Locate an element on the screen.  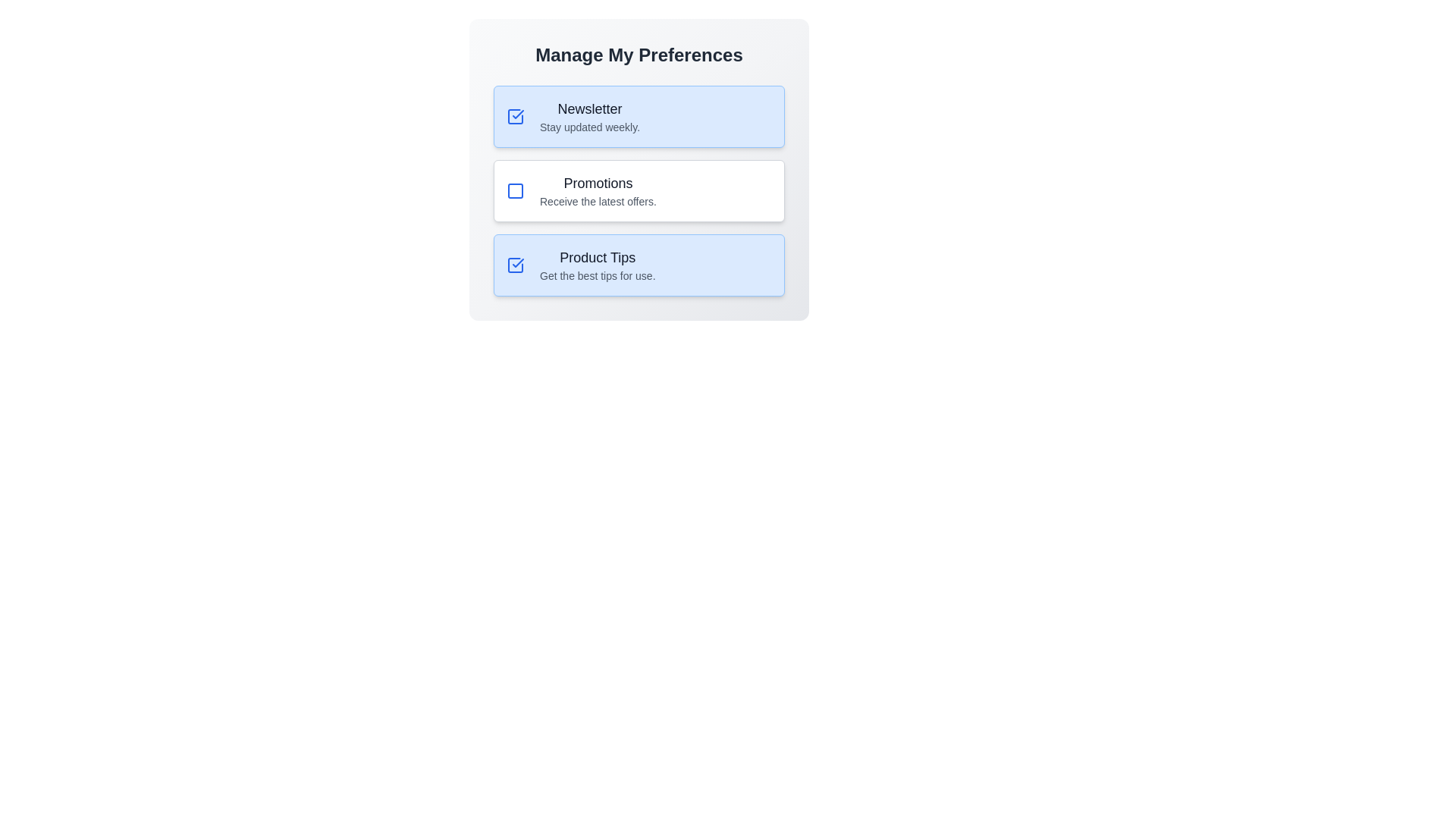
the checkbox of the 'Product Tips' selectable list item is located at coordinates (639, 265).